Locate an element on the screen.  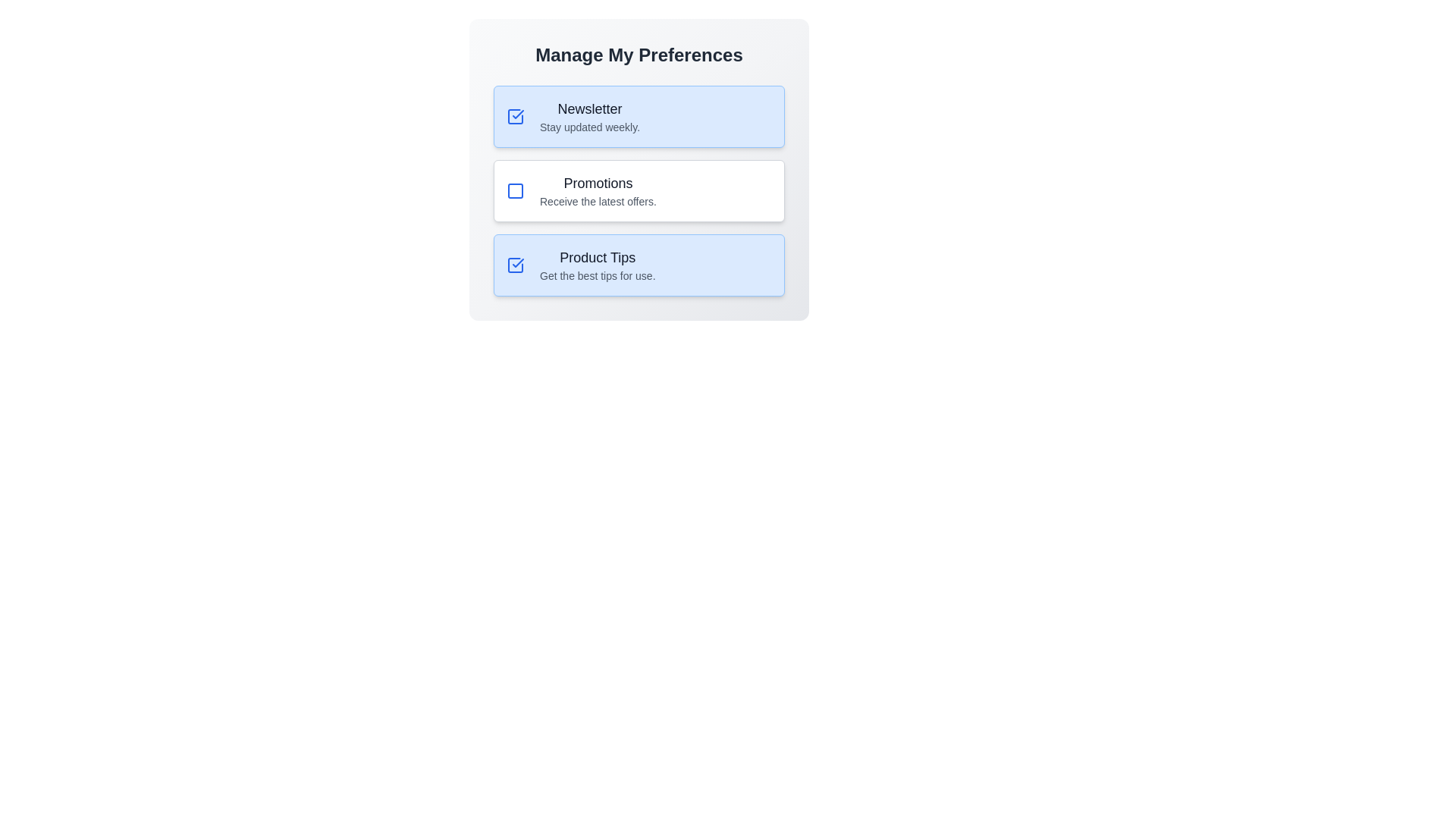
the checkbox of the 'Product Tips' selectable list item is located at coordinates (639, 265).